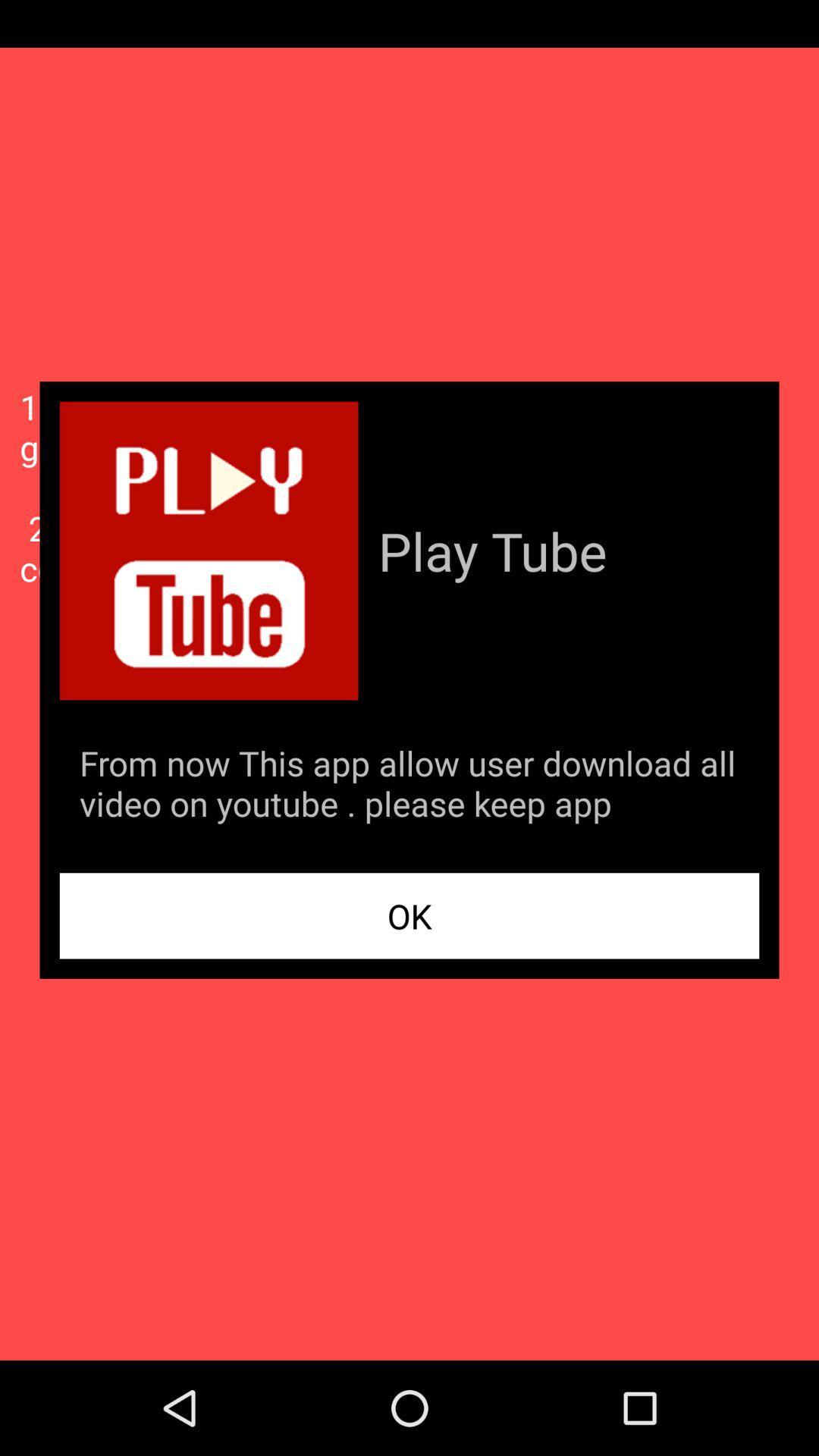  Describe the element at coordinates (409, 915) in the screenshot. I see `the ok icon` at that location.